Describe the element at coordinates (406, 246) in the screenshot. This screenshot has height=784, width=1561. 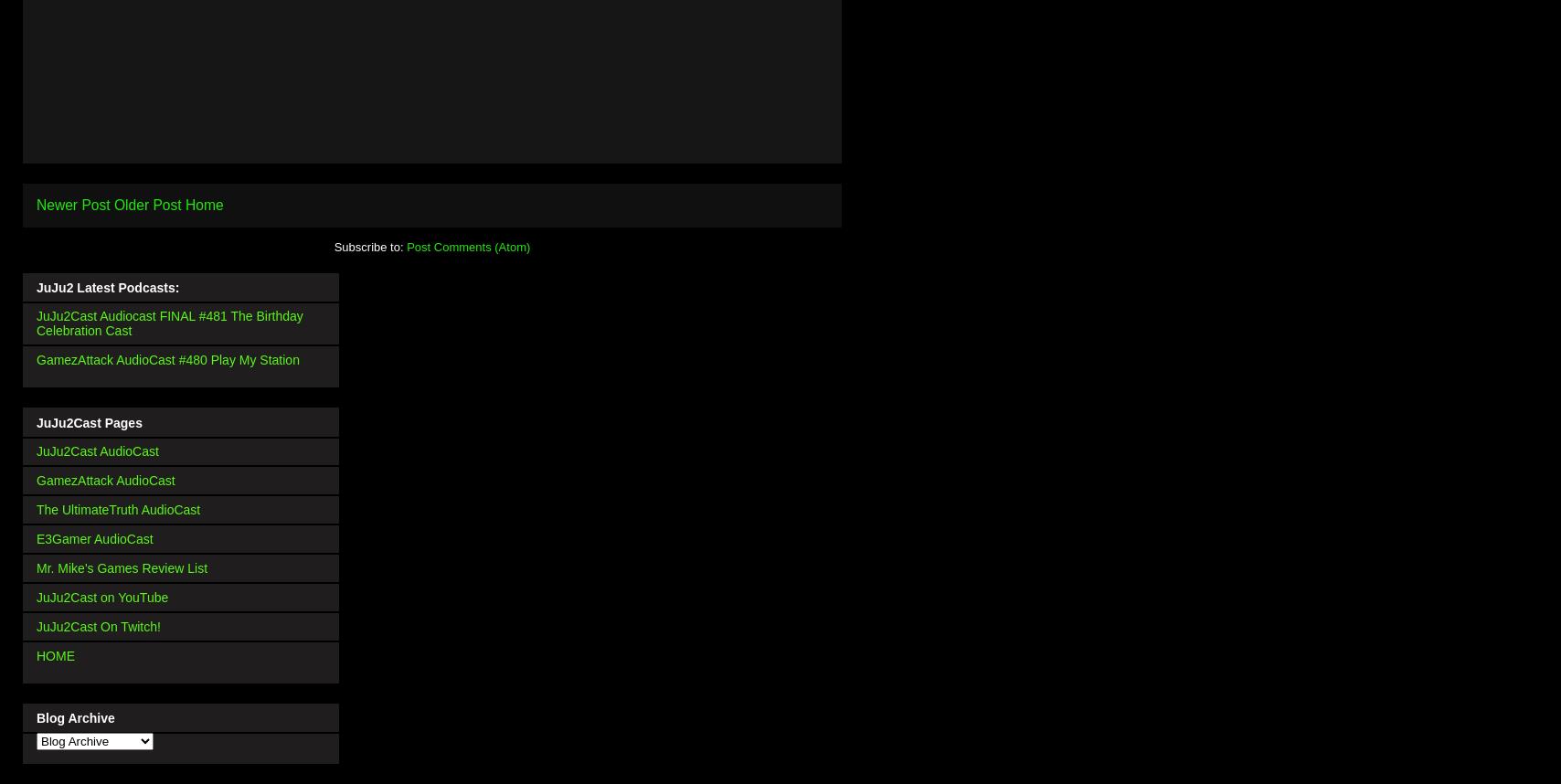
I see `'Post Comments (Atom)'` at that location.